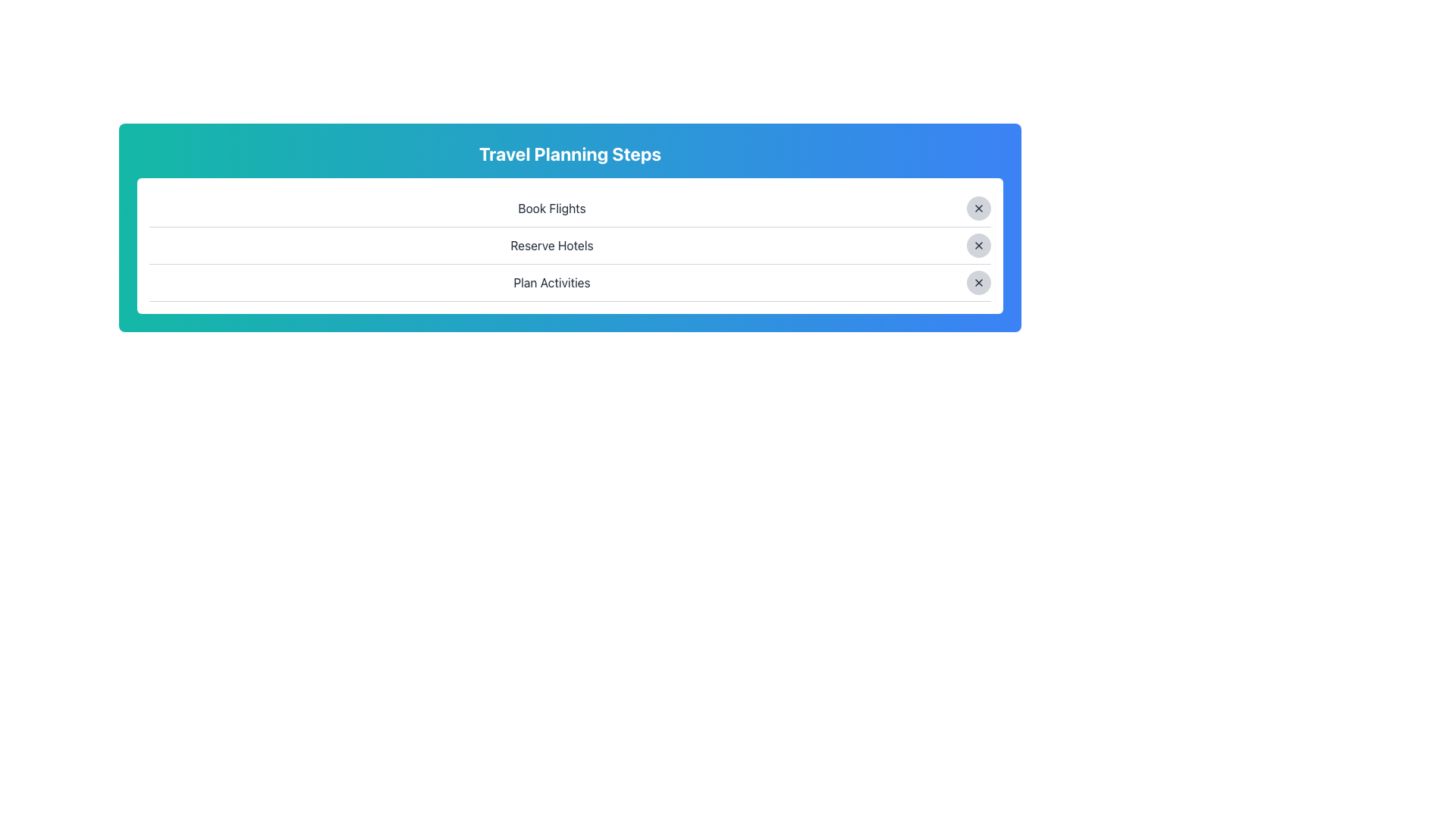  Describe the element at coordinates (551, 208) in the screenshot. I see `text label indicating the first task in the 'Travel Planning Steps' list for booking flights` at that location.